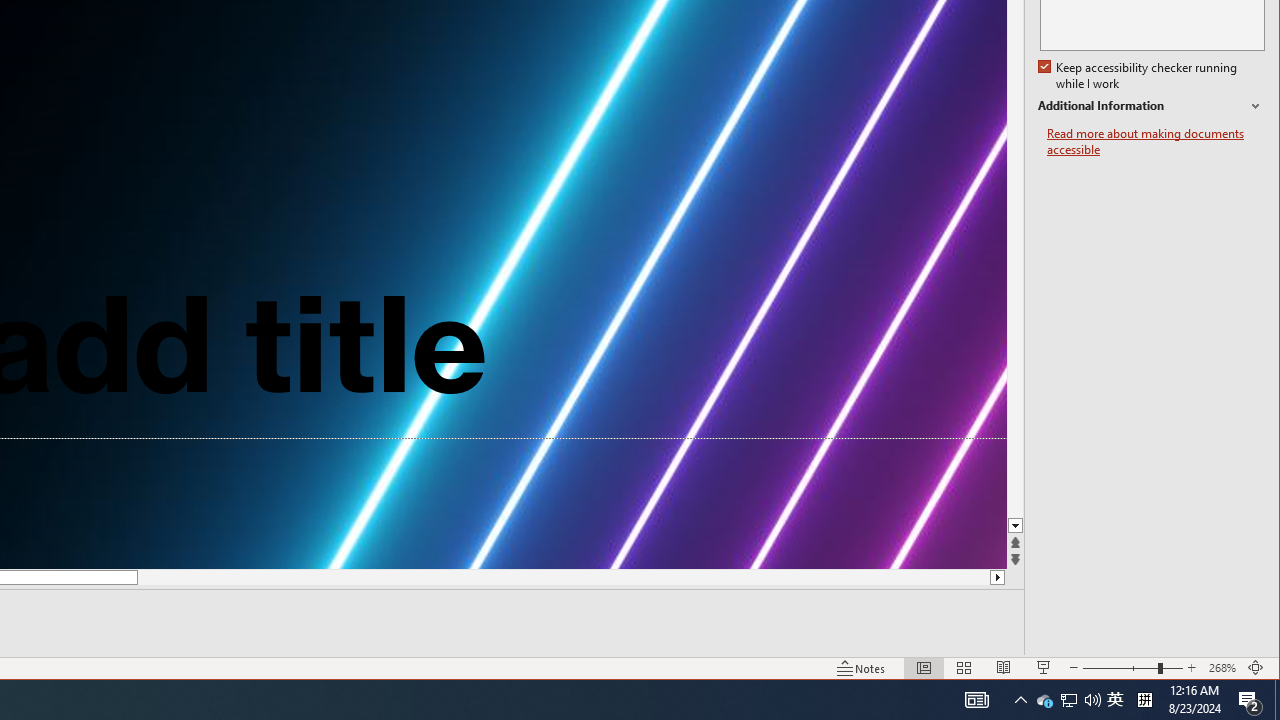 The image size is (1280, 720). What do you see at coordinates (1068, 698) in the screenshot?
I see `'Notification Chevron'` at bounding box center [1068, 698].